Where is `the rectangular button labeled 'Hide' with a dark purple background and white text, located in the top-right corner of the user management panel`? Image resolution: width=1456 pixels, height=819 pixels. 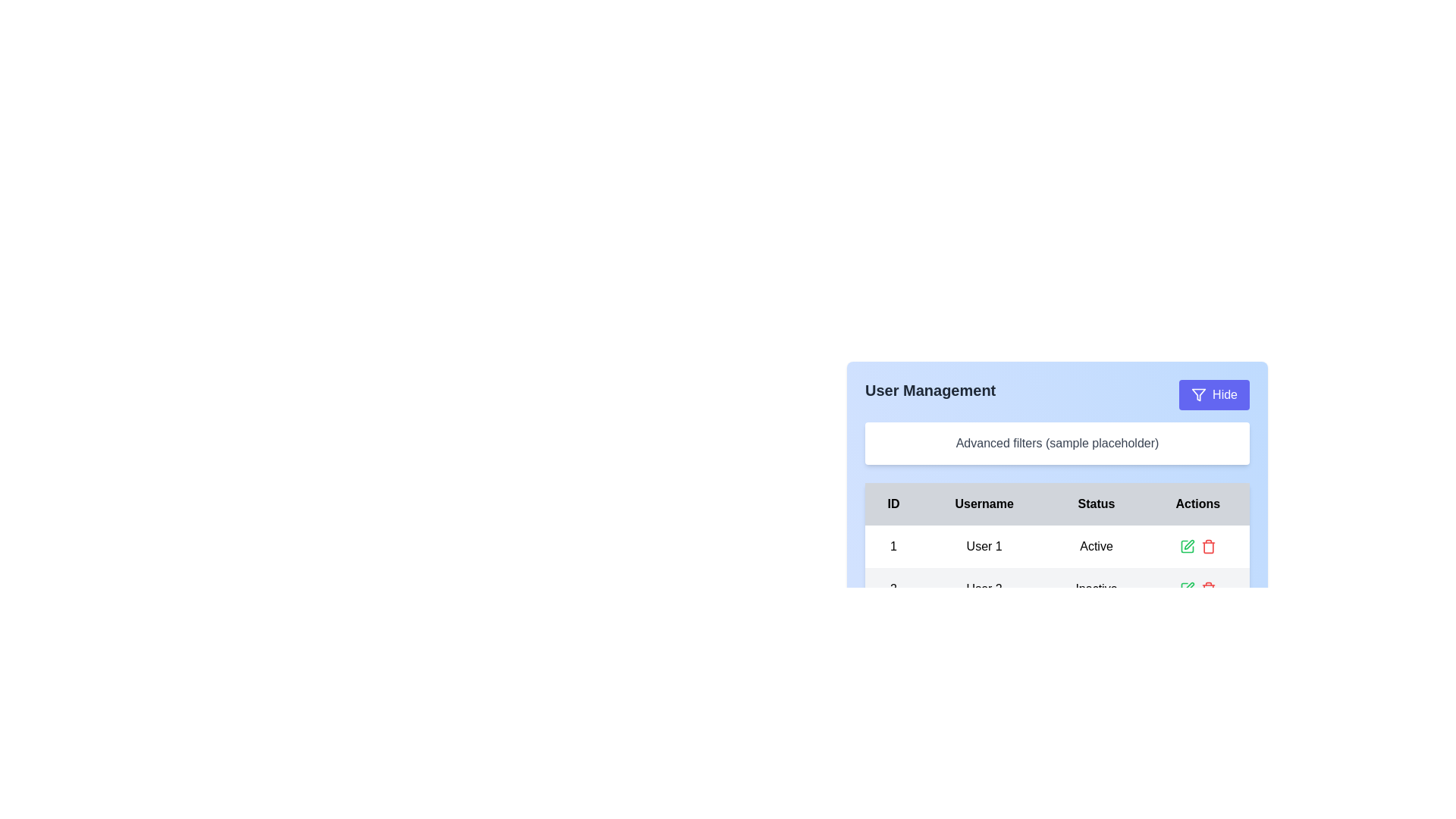
the rectangular button labeled 'Hide' with a dark purple background and white text, located in the top-right corner of the user management panel is located at coordinates (1214, 394).